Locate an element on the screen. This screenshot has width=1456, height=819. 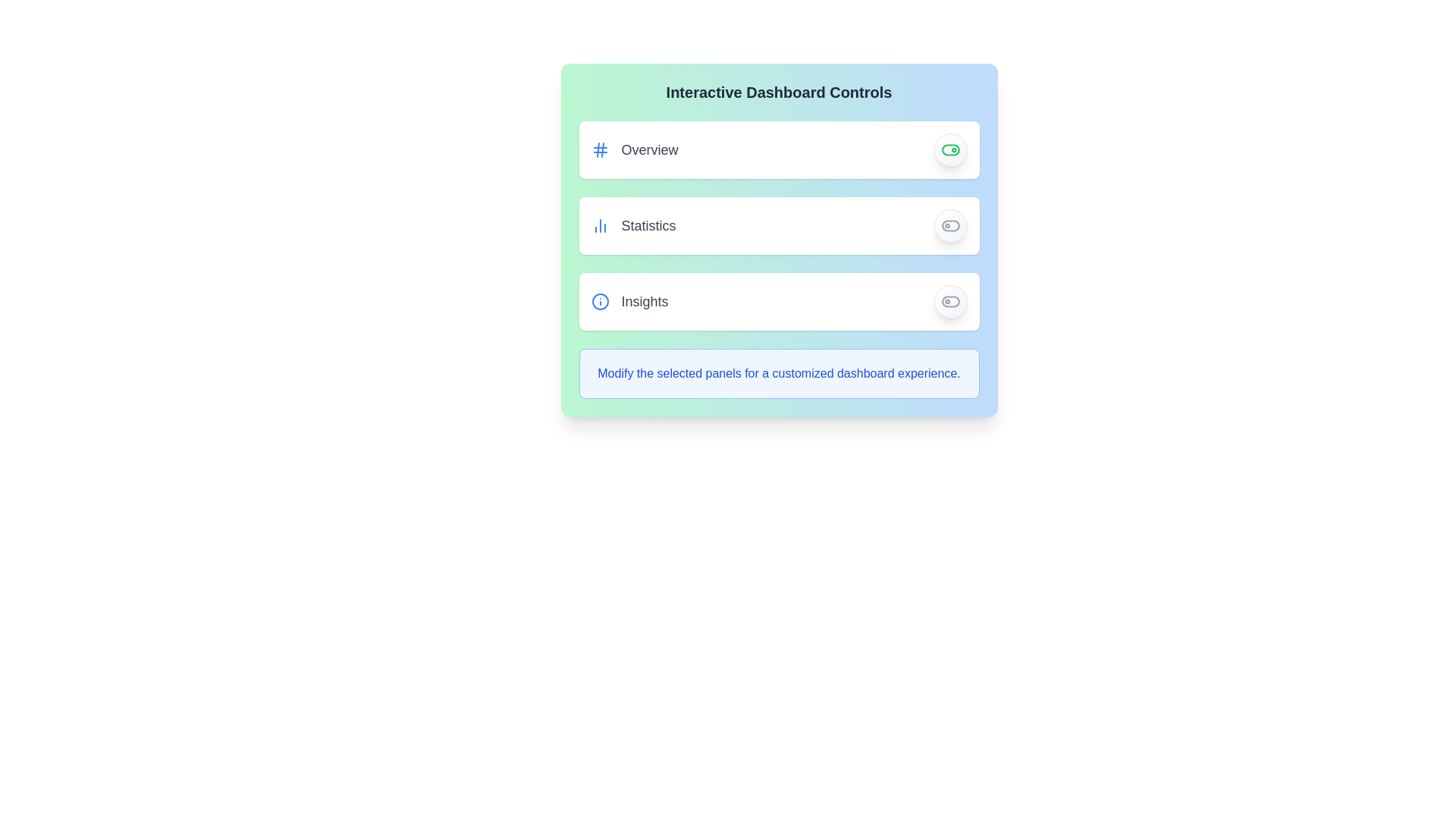
the 'Statistics' label, which is a text label styled in gray and located to the right of a chart-like icon, within the middle row of the dashboard controls is located at coordinates (648, 225).